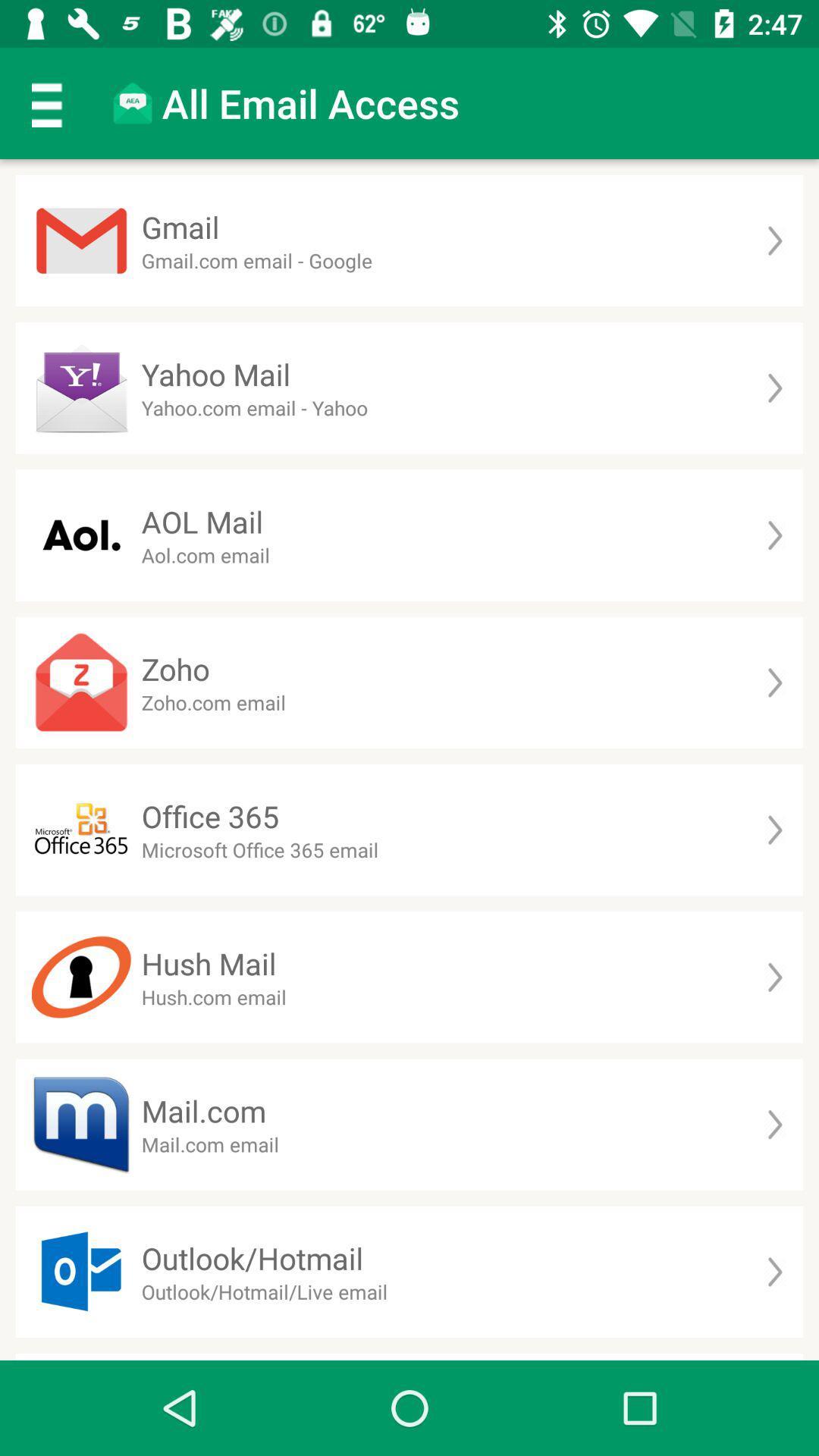 The image size is (819, 1456). Describe the element at coordinates (216, 374) in the screenshot. I see `icon below the gmail com email` at that location.